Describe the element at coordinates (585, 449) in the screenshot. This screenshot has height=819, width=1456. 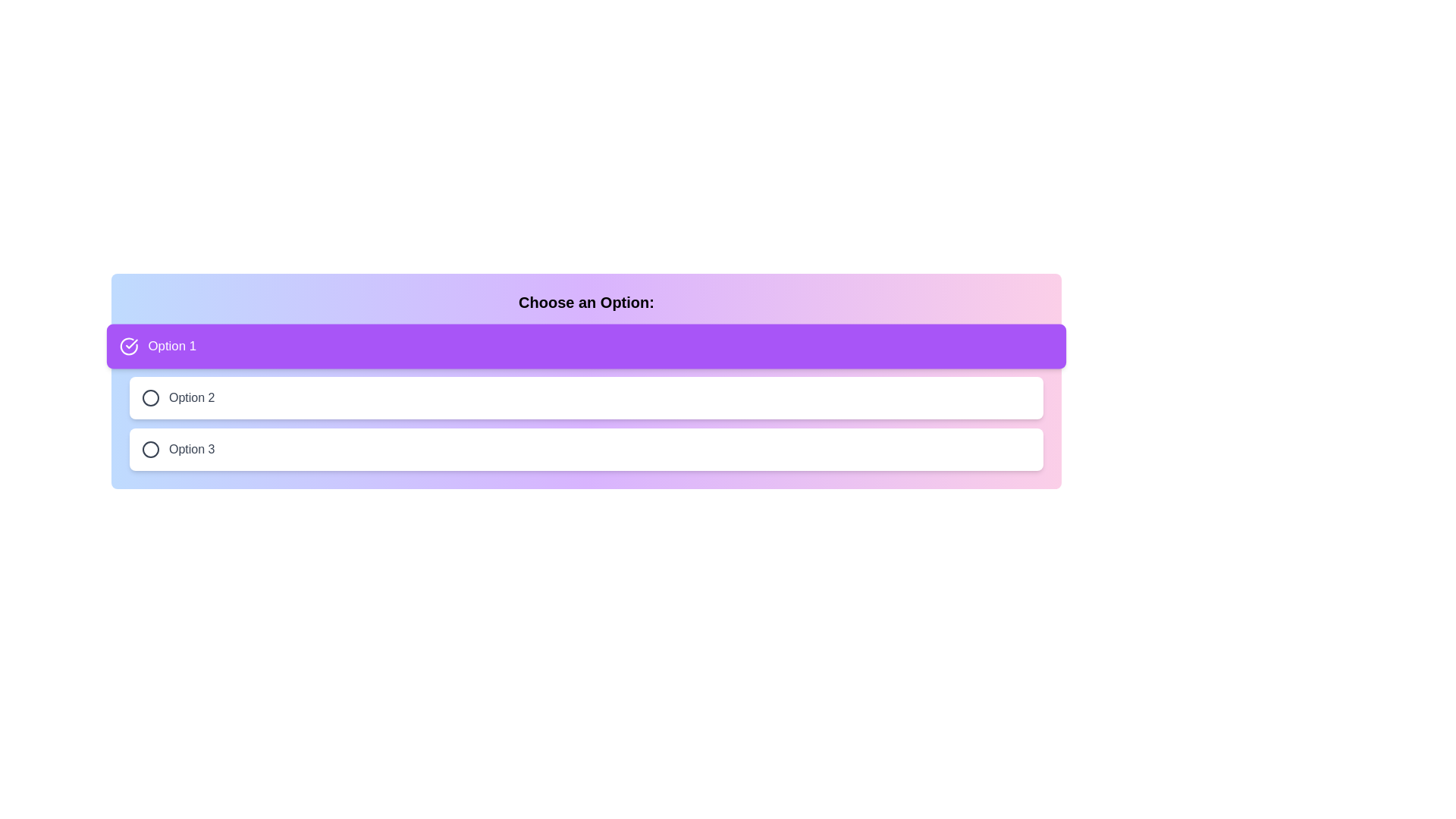
I see `the third selectable list item labeled 'Option 3'` at that location.